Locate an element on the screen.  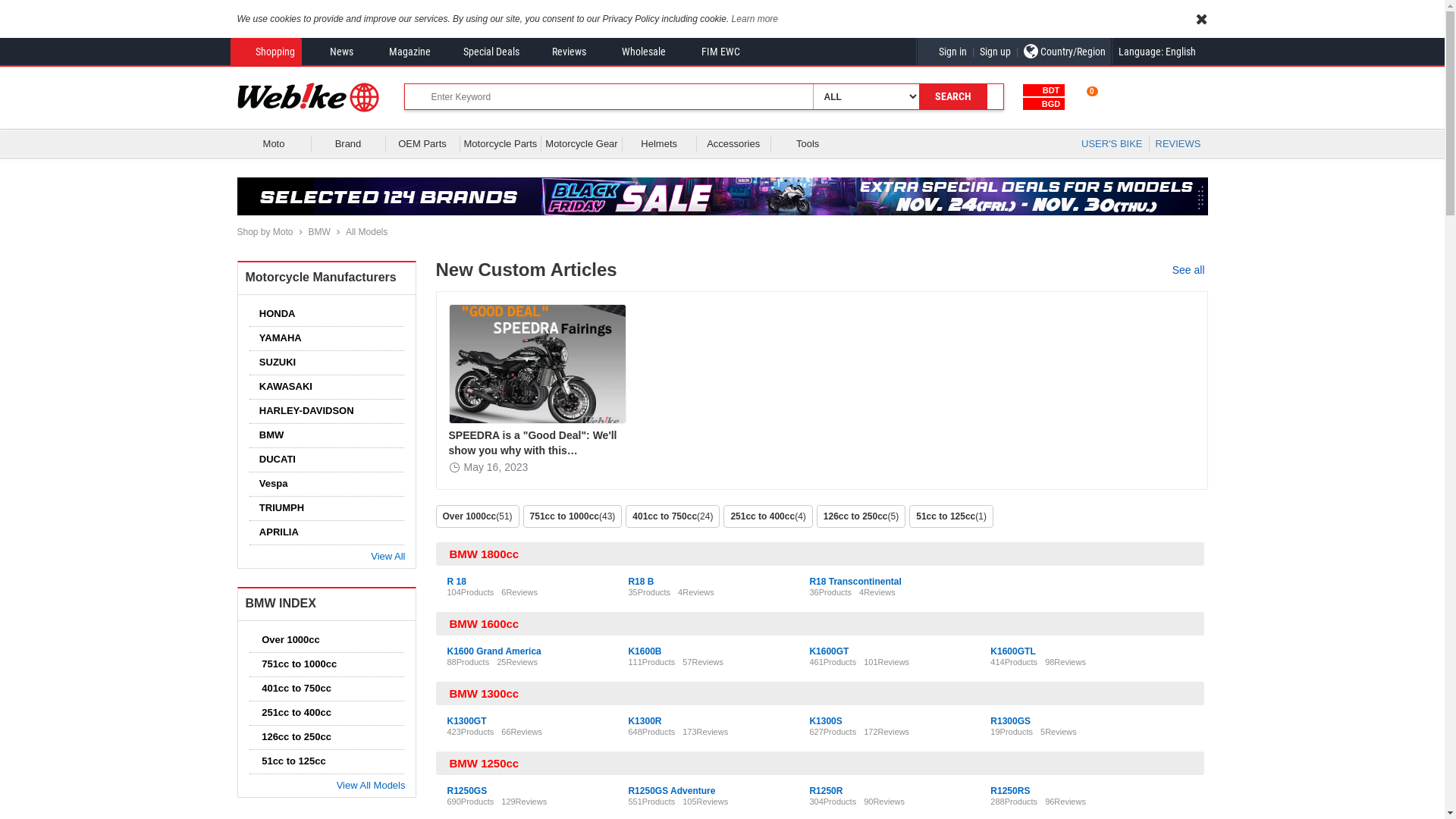
'36Products' is located at coordinates (829, 591).